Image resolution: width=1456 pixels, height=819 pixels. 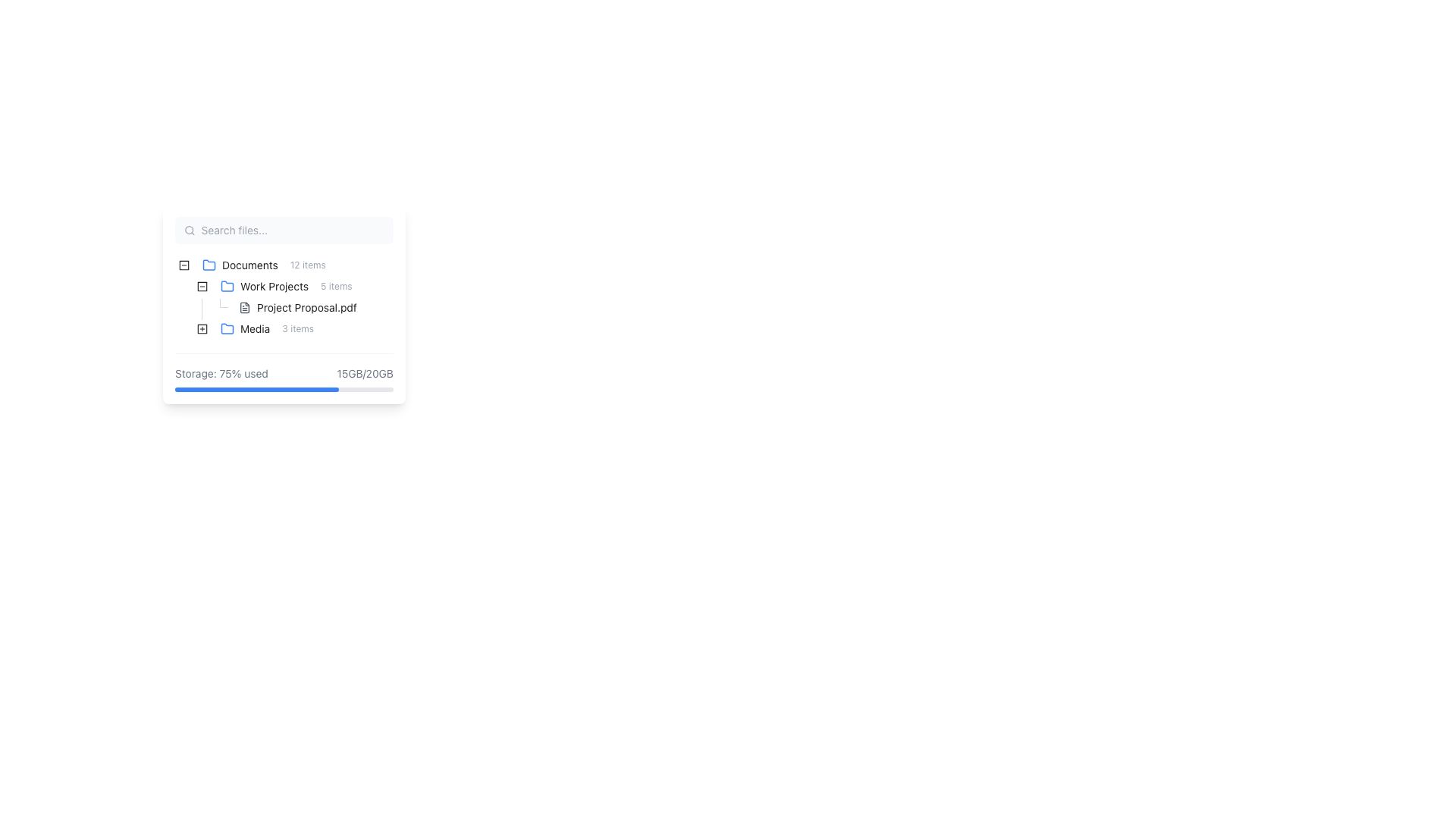 I want to click on the 'Media' folder icon in the file management interface, which visually represents a folder named 'Media' located beneath the 'Work Projects' folder and 'Project Proposal.pdf' file, so click(x=226, y=327).